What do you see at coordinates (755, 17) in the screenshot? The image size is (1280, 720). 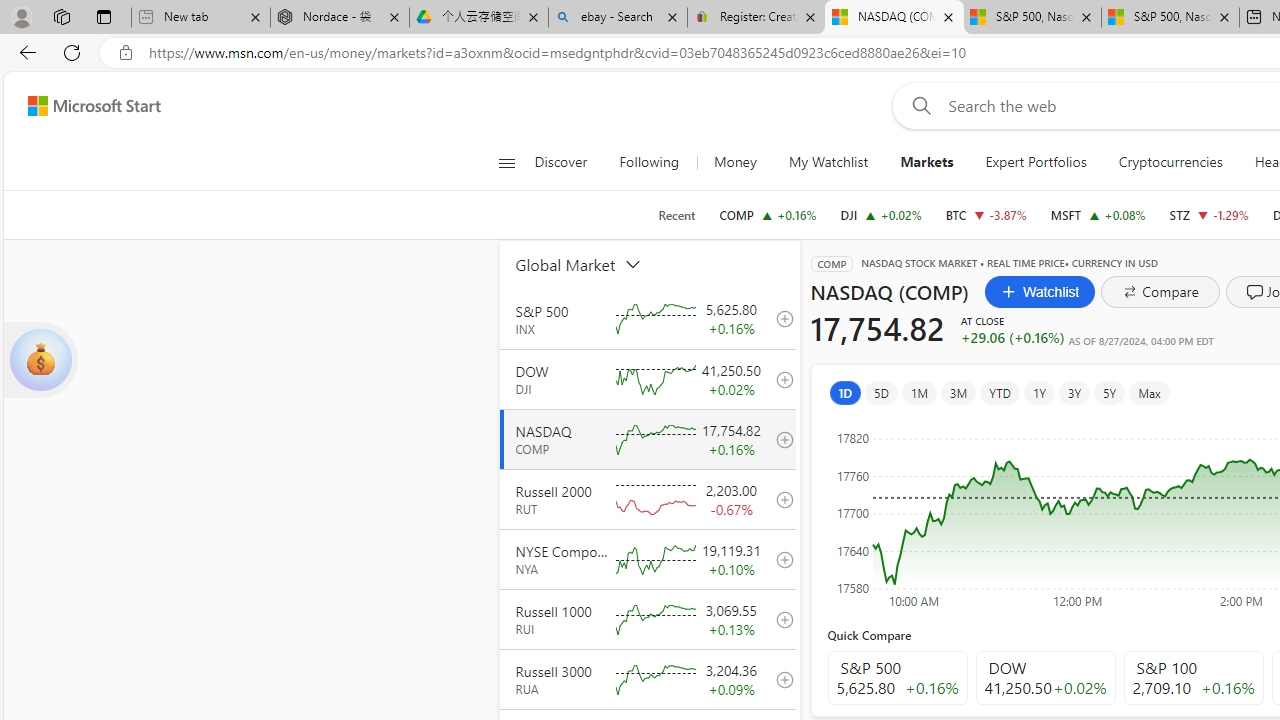 I see `'Register: Create a personal eBay account'` at bounding box center [755, 17].